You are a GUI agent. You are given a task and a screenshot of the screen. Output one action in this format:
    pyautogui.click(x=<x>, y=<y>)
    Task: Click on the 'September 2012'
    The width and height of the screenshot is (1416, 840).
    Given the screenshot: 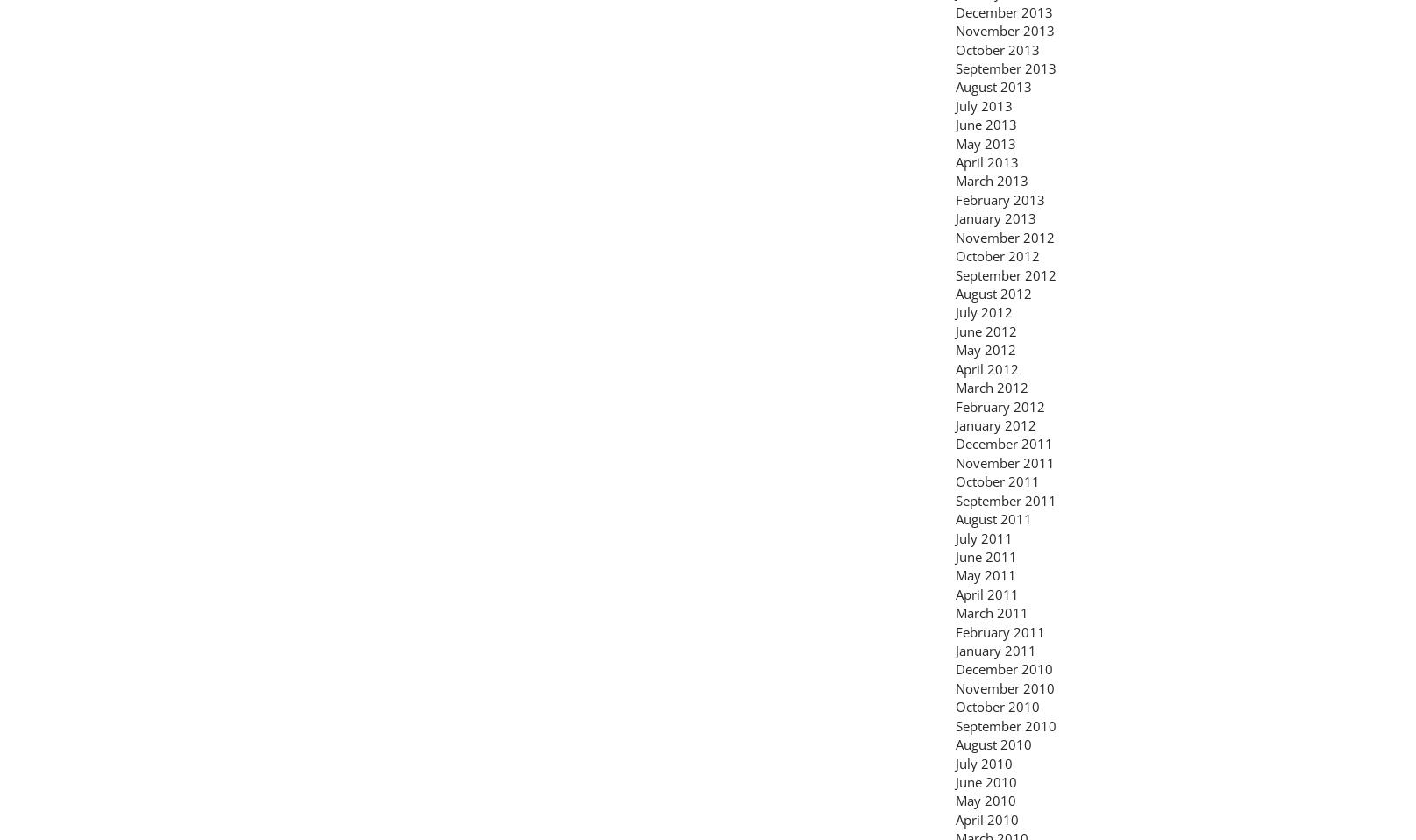 What is the action you would take?
    pyautogui.click(x=955, y=274)
    